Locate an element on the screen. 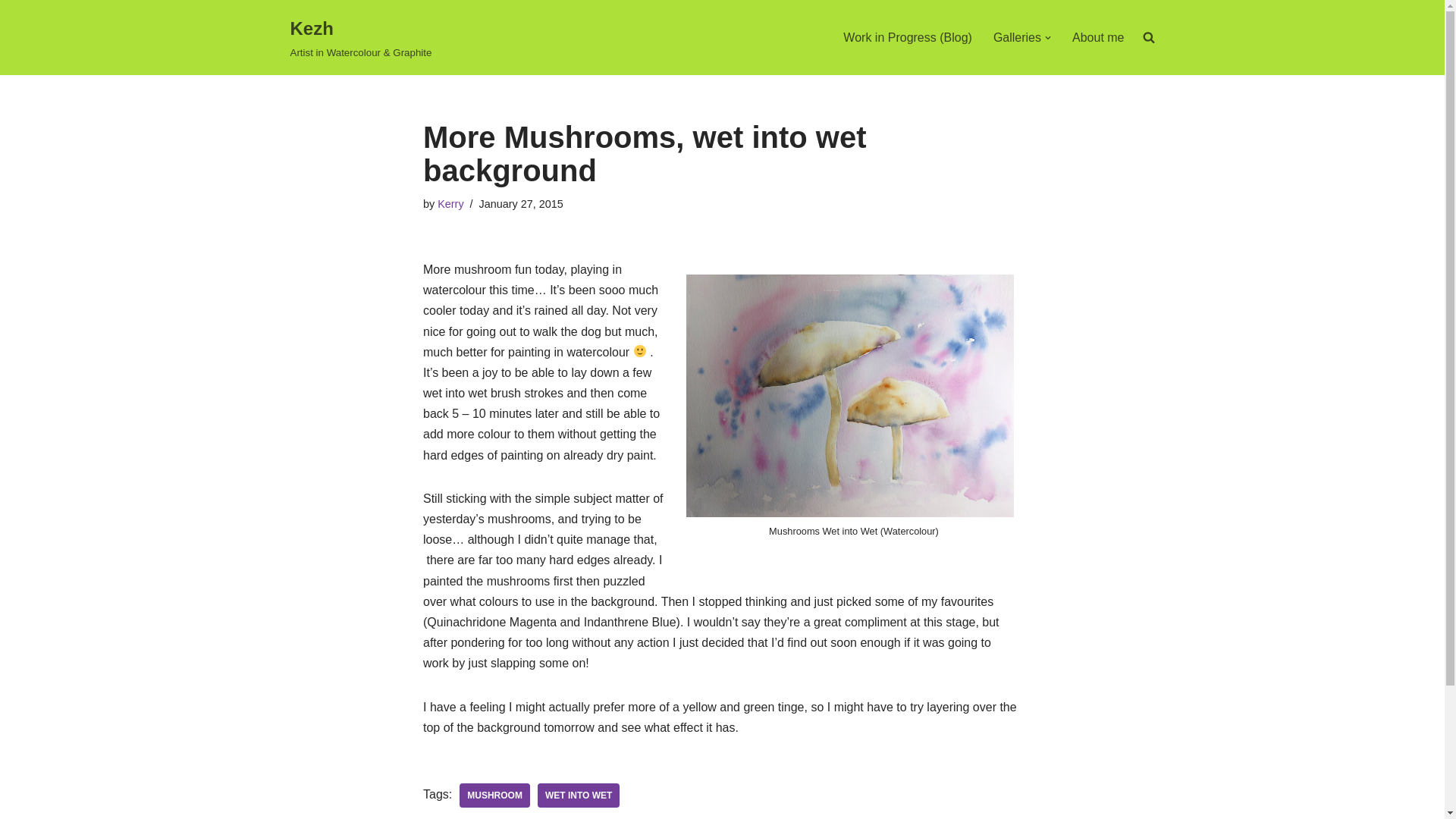 The image size is (1456, 819). 'MUSHROOM' is located at coordinates (494, 795).